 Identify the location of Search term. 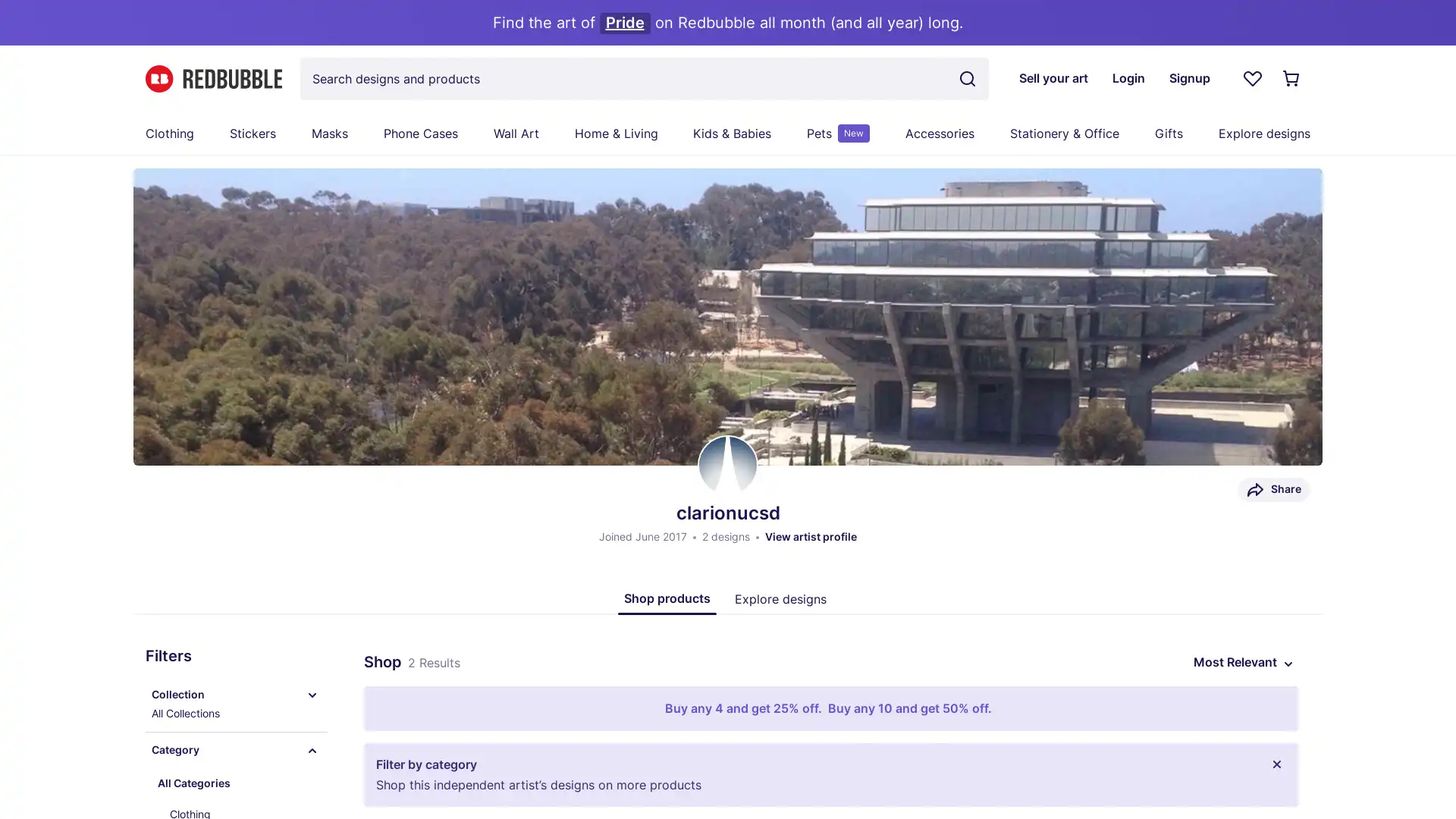
(967, 79).